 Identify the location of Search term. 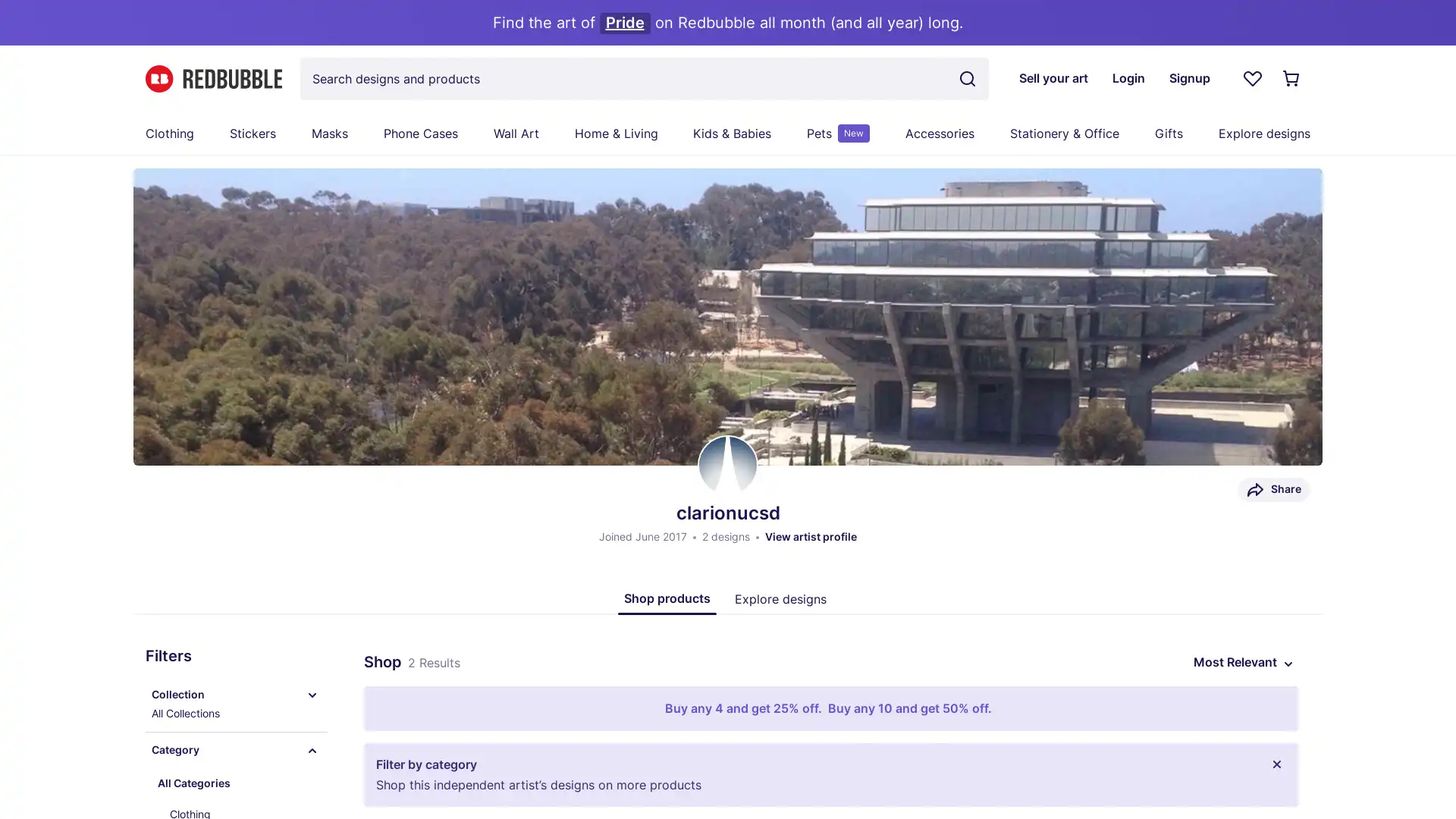
(967, 79).